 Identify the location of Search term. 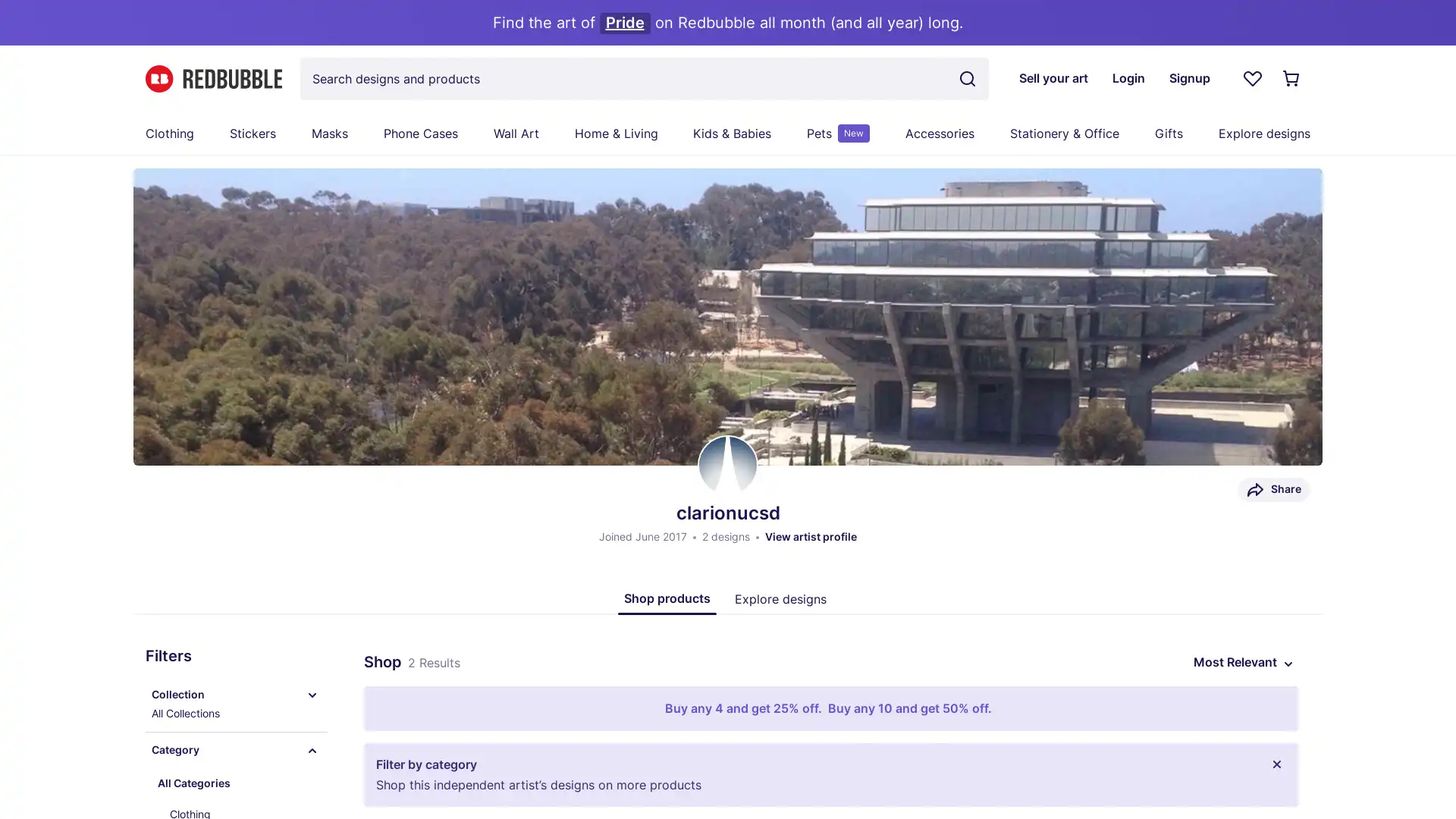
(967, 79).